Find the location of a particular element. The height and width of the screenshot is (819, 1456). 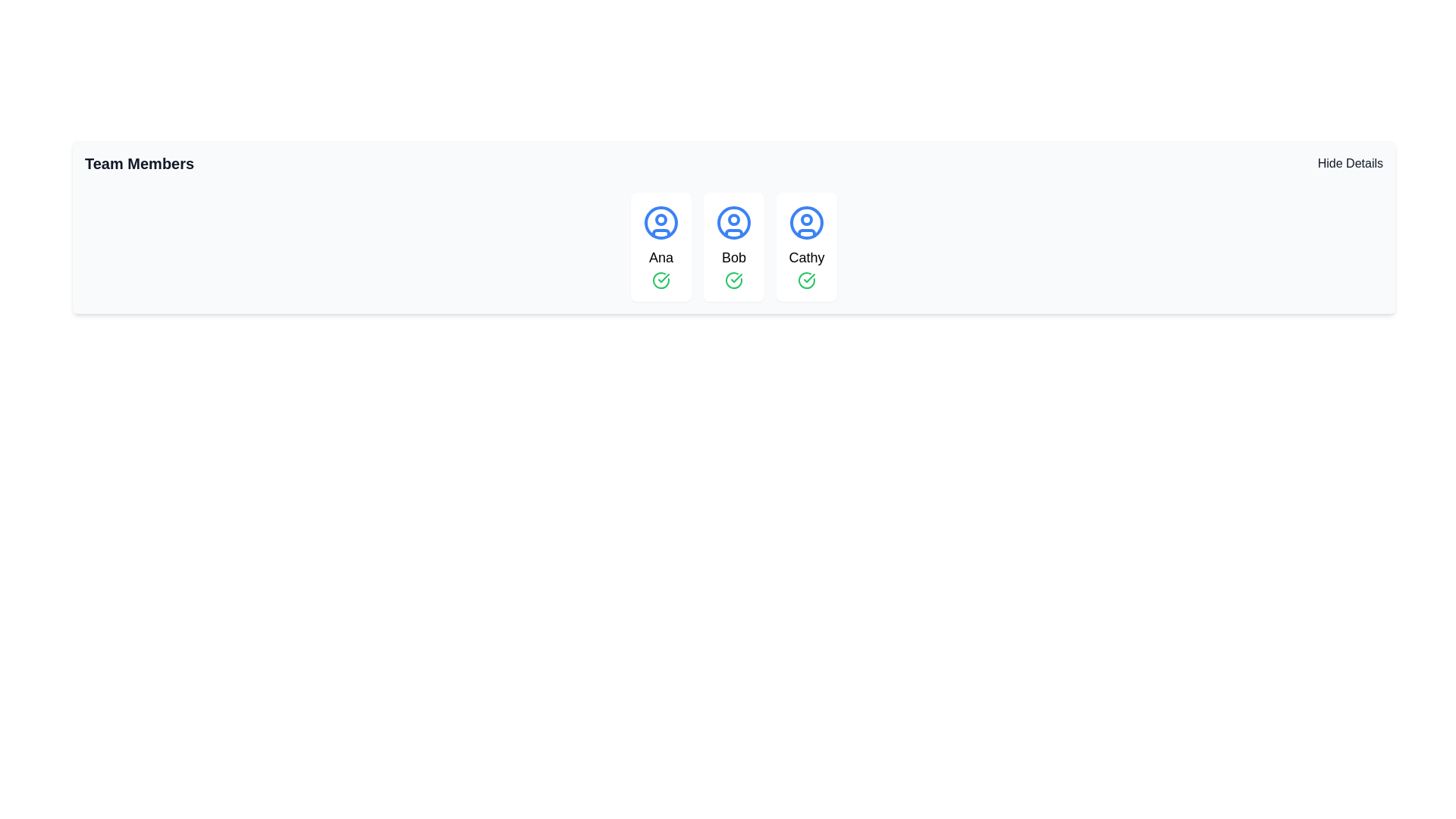

the blue circular graphical element representing user Cathy, located in the third column of the user listing is located at coordinates (806, 222).